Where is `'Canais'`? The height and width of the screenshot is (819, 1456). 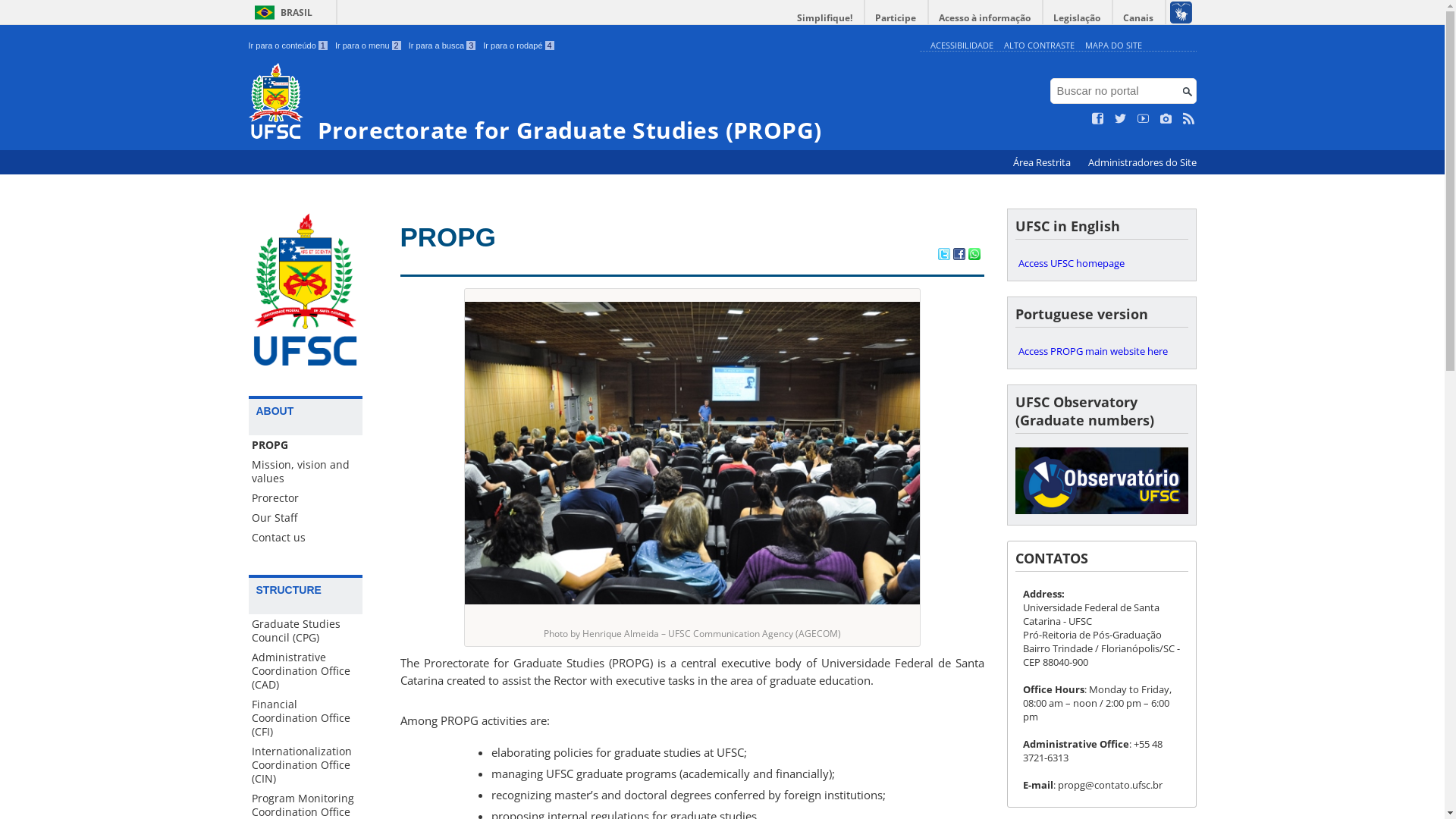 'Canais' is located at coordinates (1139, 17).